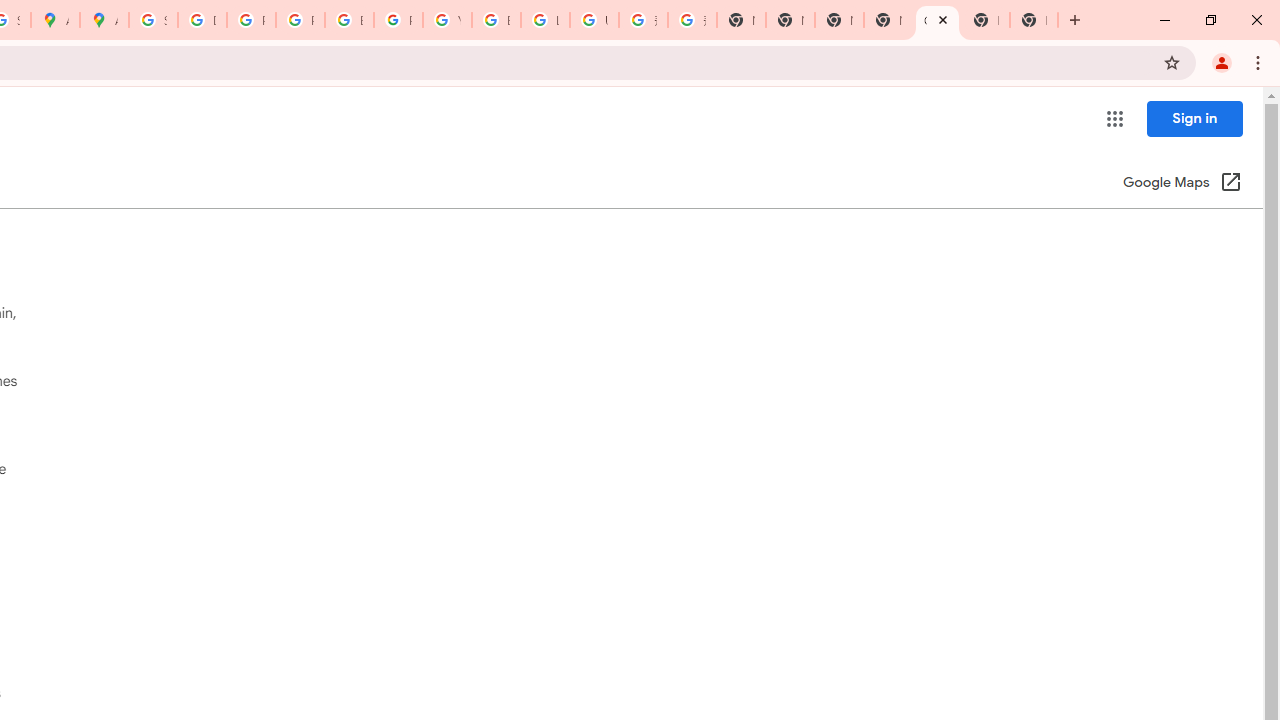  Describe the element at coordinates (936, 20) in the screenshot. I see `'Crisis-related alerts in Google Maps - Google Maps Help'` at that location.